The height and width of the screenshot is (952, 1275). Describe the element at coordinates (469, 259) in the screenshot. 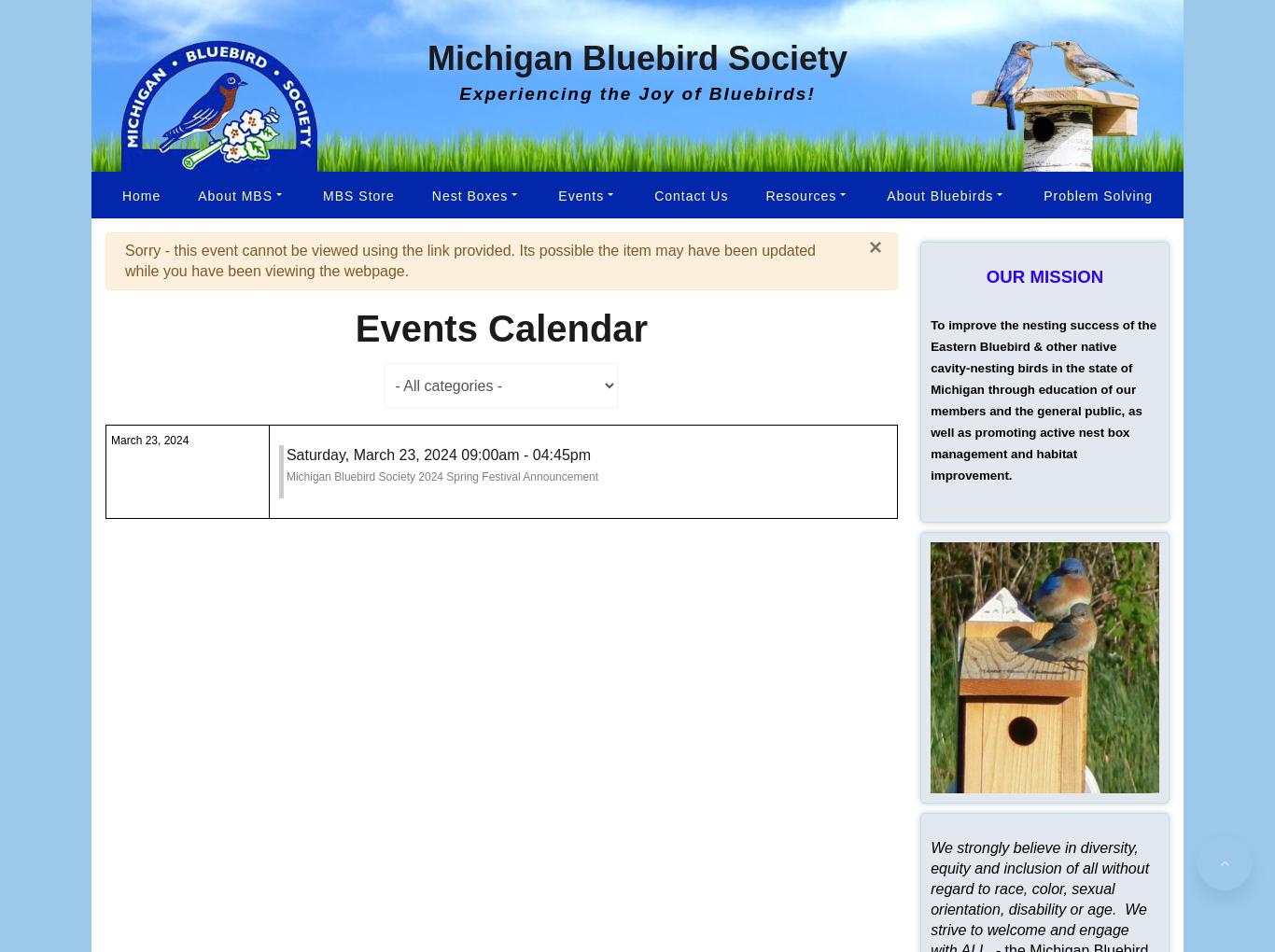

I see `'Sorry - this event cannot be viewed using the link provided. Its possible the item may have been updated while you have been viewing the webpage.'` at that location.